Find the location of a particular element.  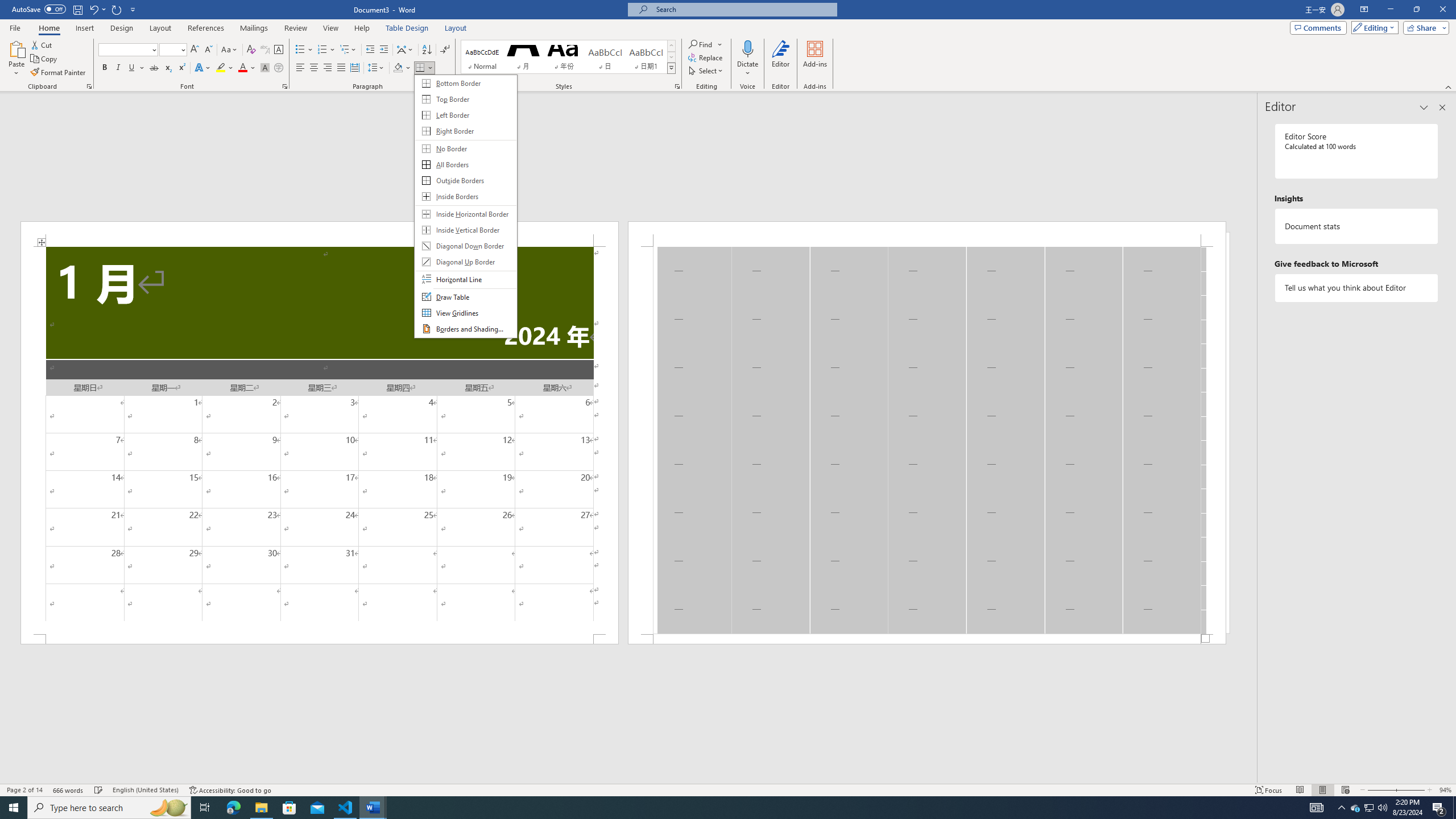

'Font Color RGB(255, 0, 0)' is located at coordinates (242, 67).